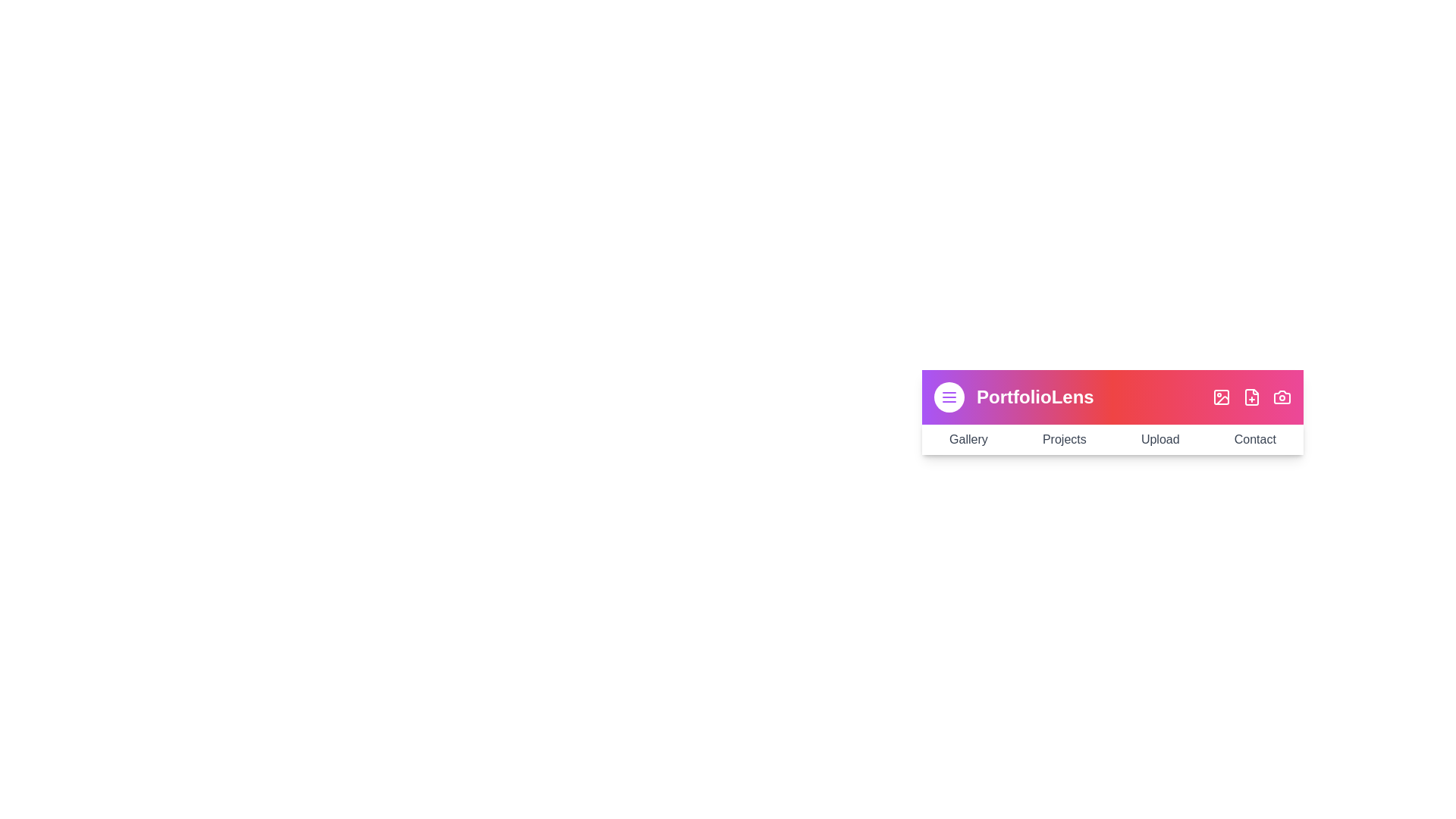 This screenshot has height=819, width=1456. Describe the element at coordinates (1255, 439) in the screenshot. I see `the navigation link for Contact` at that location.